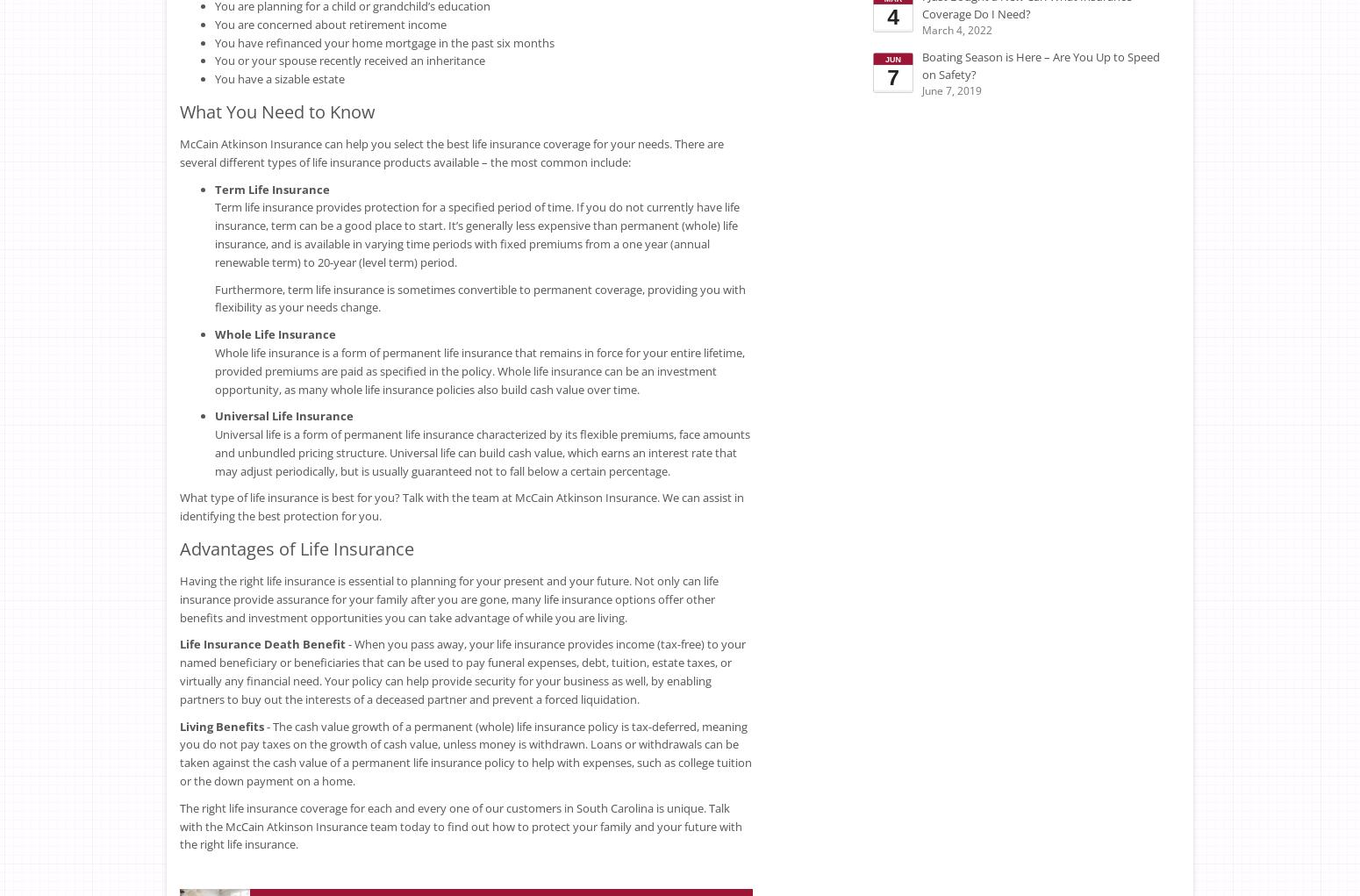 This screenshot has height=896, width=1360. I want to click on 'Advantages of Life Insurance', so click(179, 548).